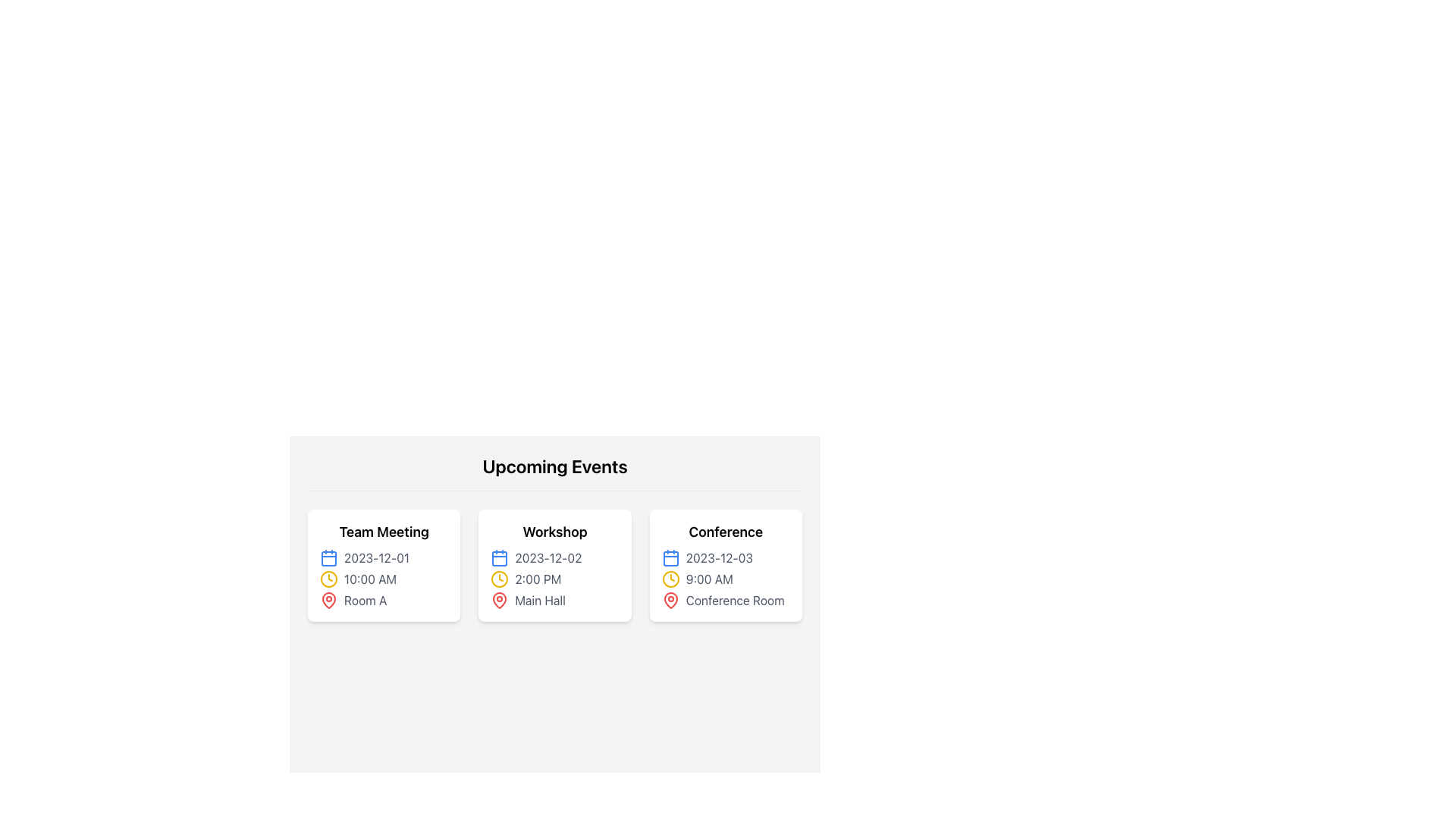  Describe the element at coordinates (384, 599) in the screenshot. I see `the text label with icon indicating the location of the 'Team Meeting' event, located at the bottom-left corner of the event card` at that location.